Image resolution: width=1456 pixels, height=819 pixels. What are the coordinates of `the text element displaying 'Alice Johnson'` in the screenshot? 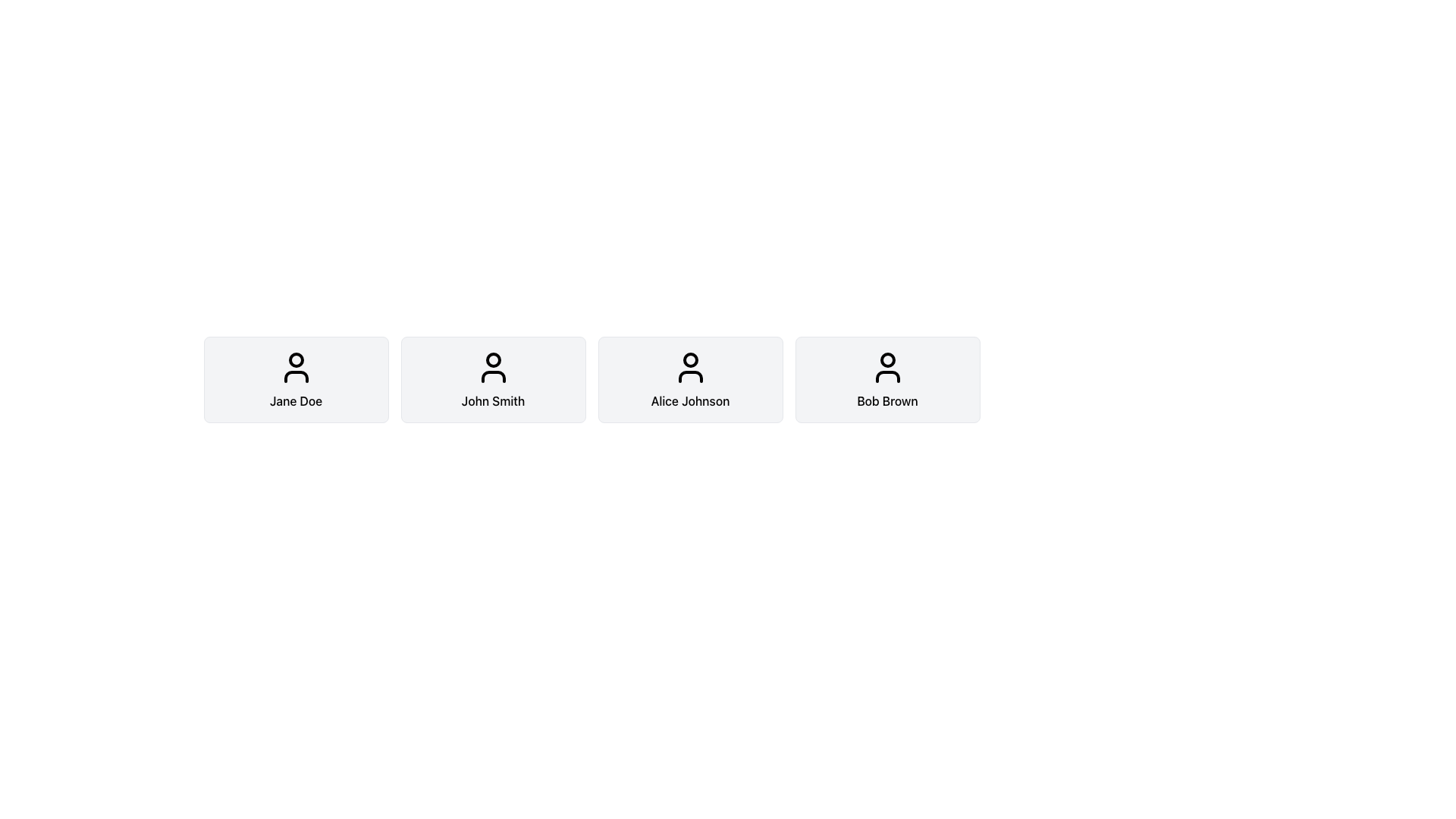 It's located at (689, 400).